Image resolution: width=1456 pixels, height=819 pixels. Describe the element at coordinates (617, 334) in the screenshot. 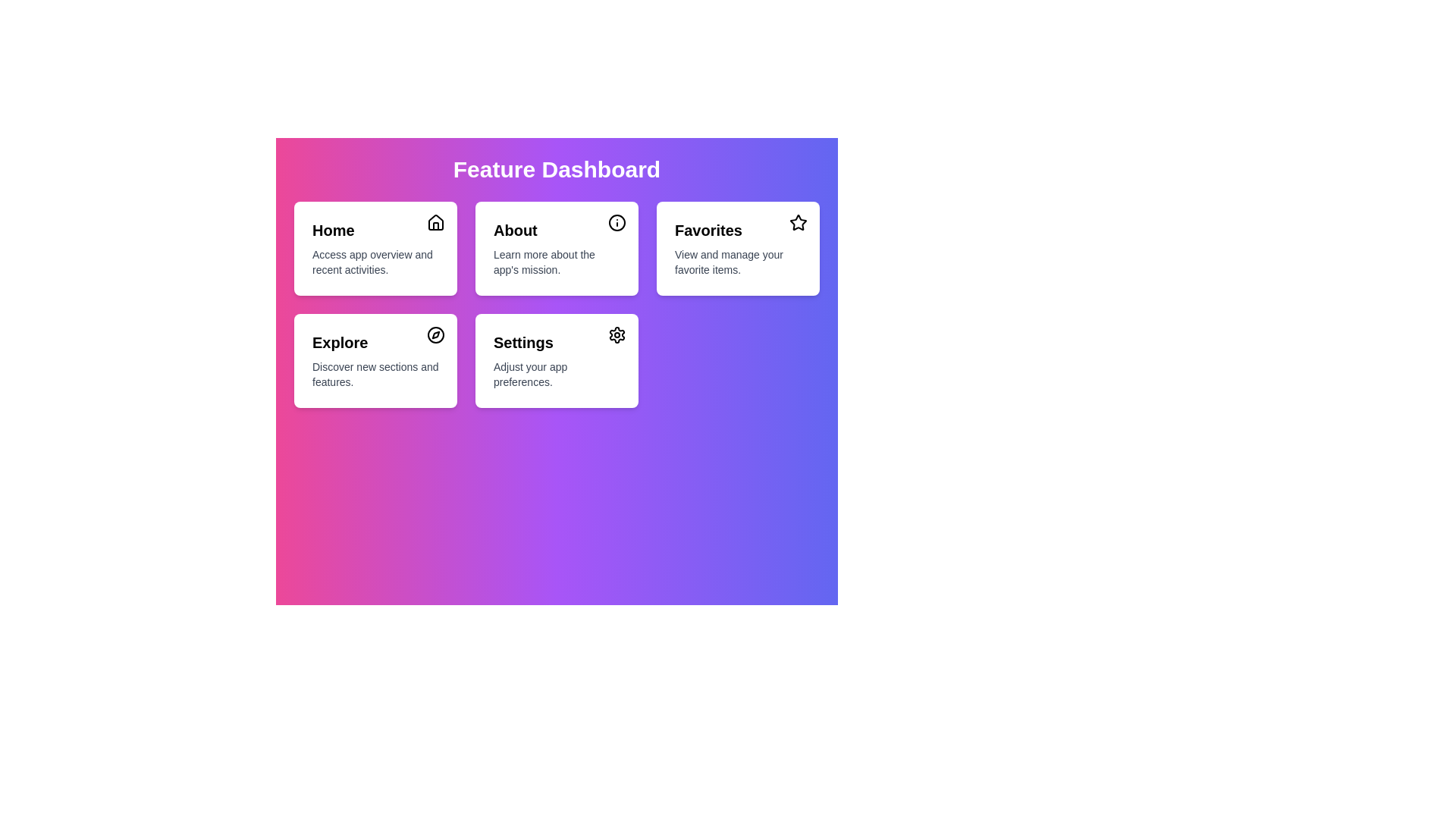

I see `the icon of the menu item labeled Settings` at that location.